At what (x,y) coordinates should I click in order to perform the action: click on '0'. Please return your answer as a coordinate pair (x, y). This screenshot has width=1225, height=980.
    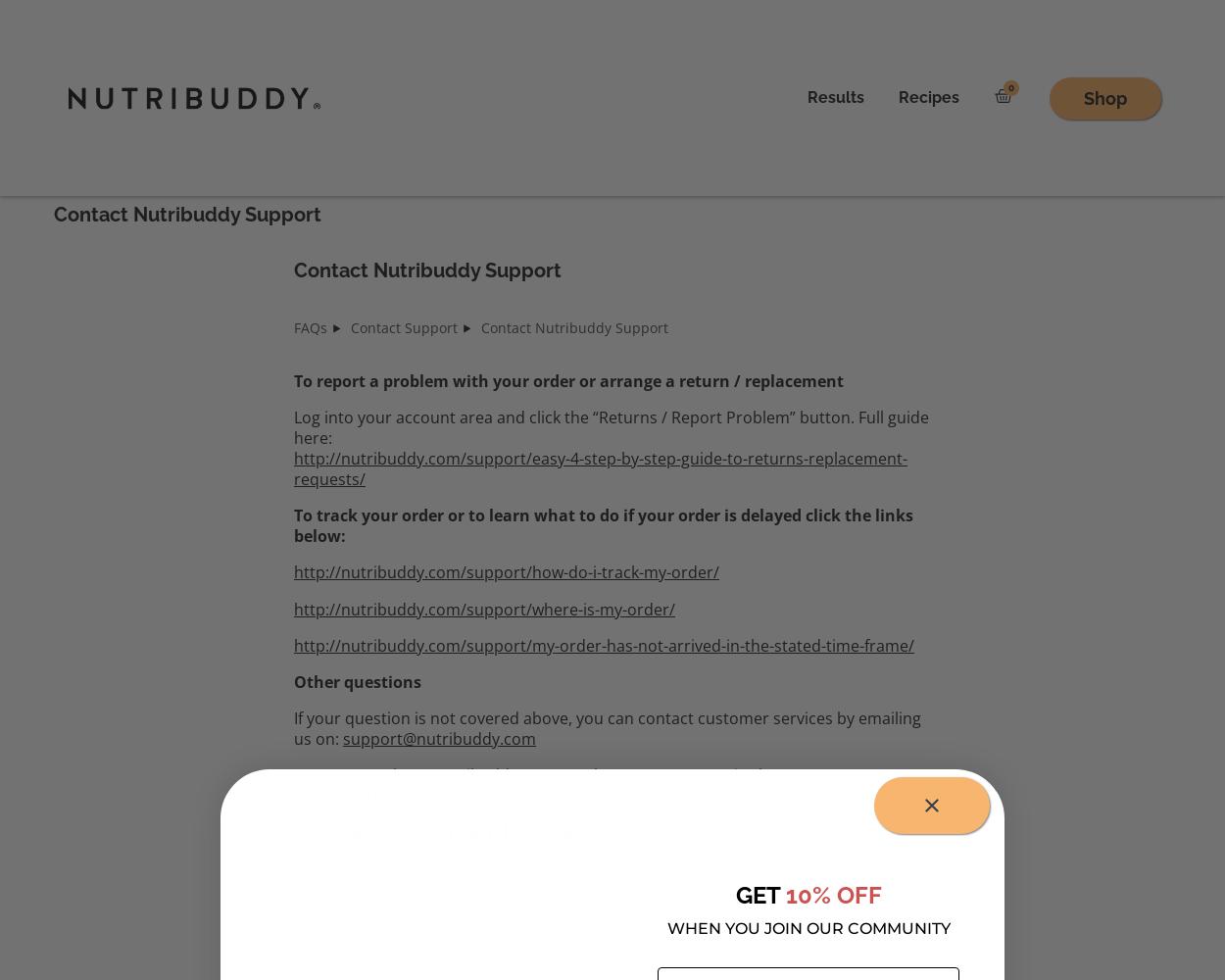
    Looking at the image, I should click on (1011, 86).